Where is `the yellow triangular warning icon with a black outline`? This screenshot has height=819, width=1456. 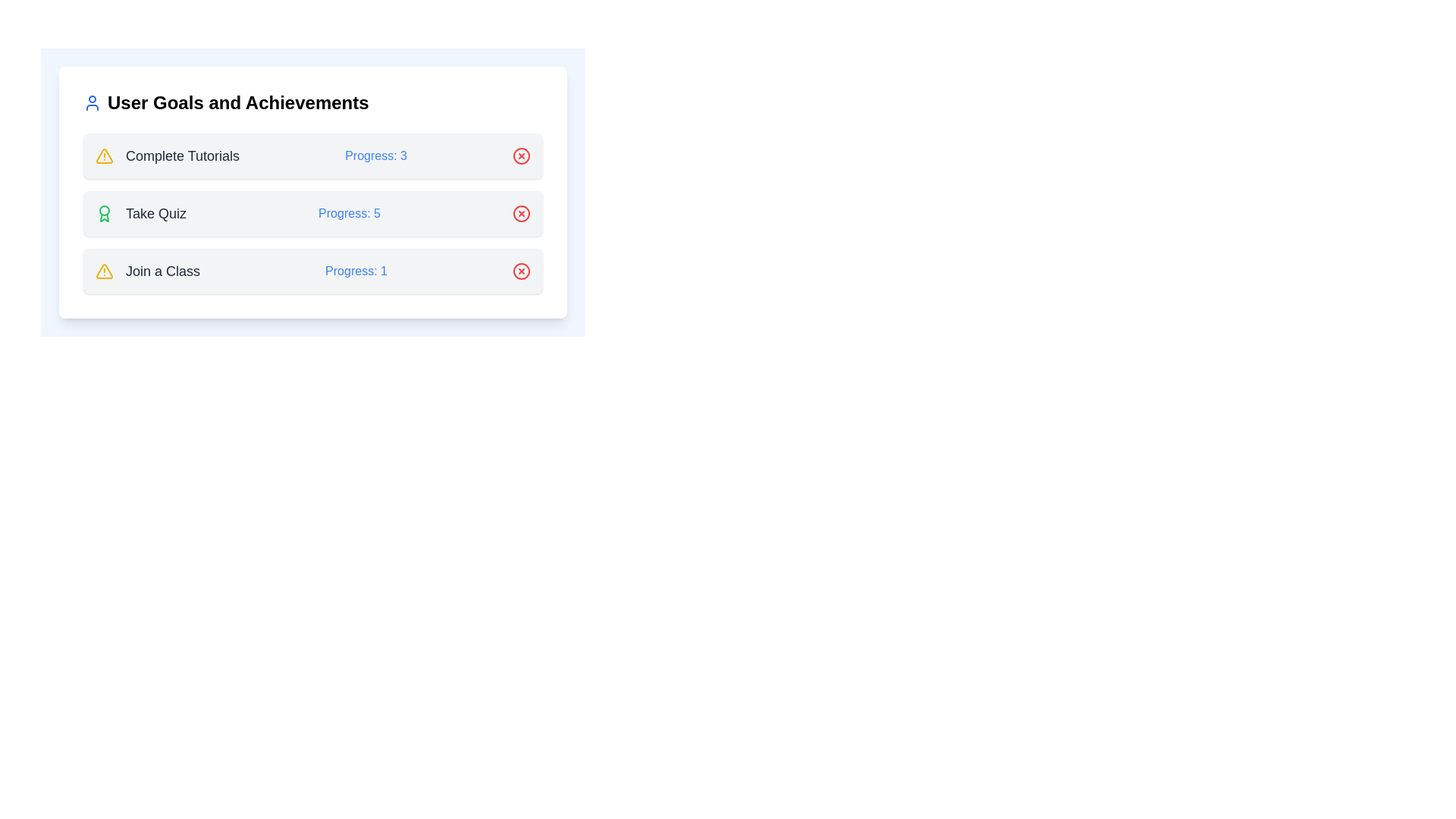 the yellow triangular warning icon with a black outline is located at coordinates (104, 271).